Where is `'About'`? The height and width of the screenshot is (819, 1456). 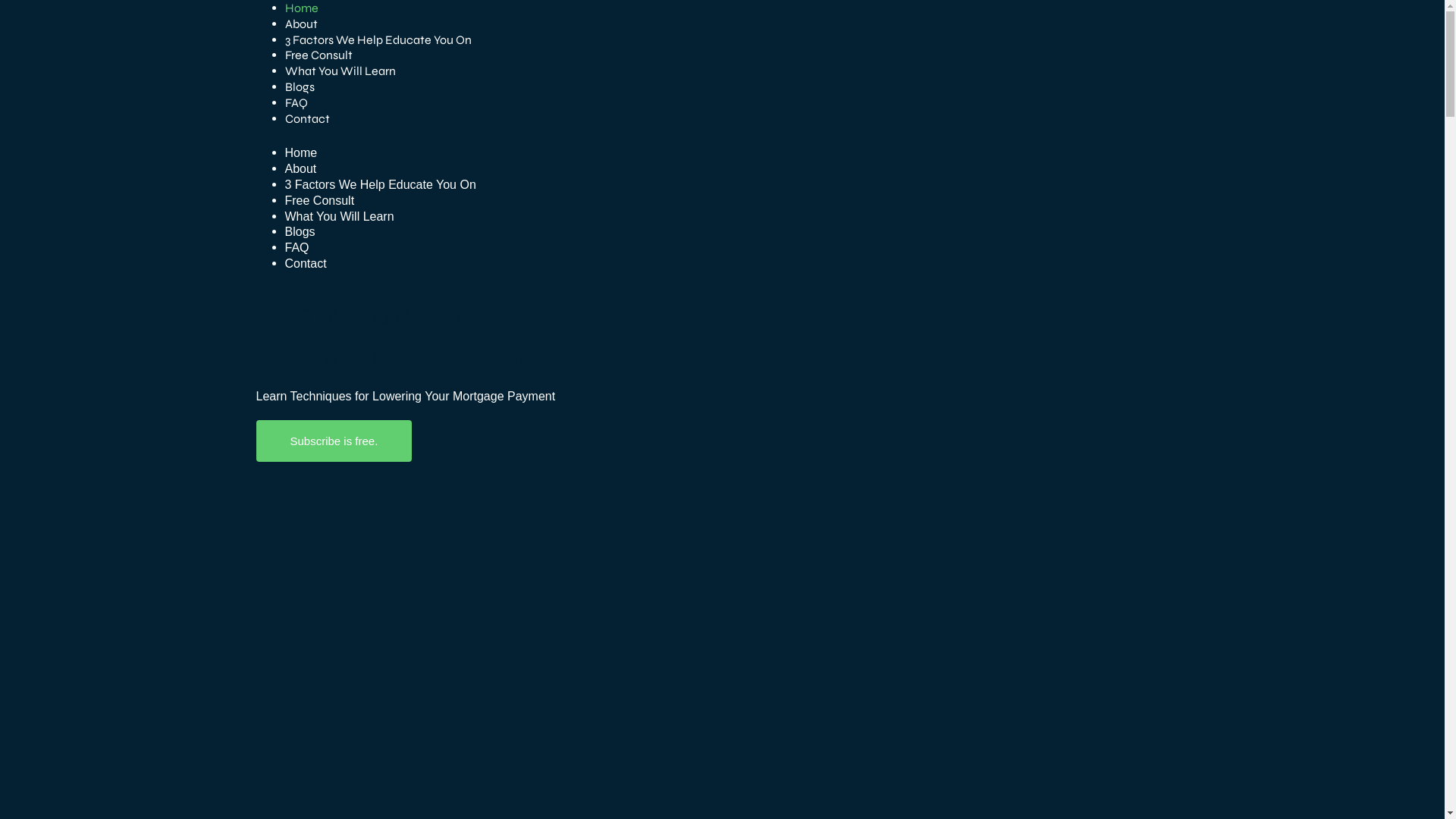
'About' is located at coordinates (301, 24).